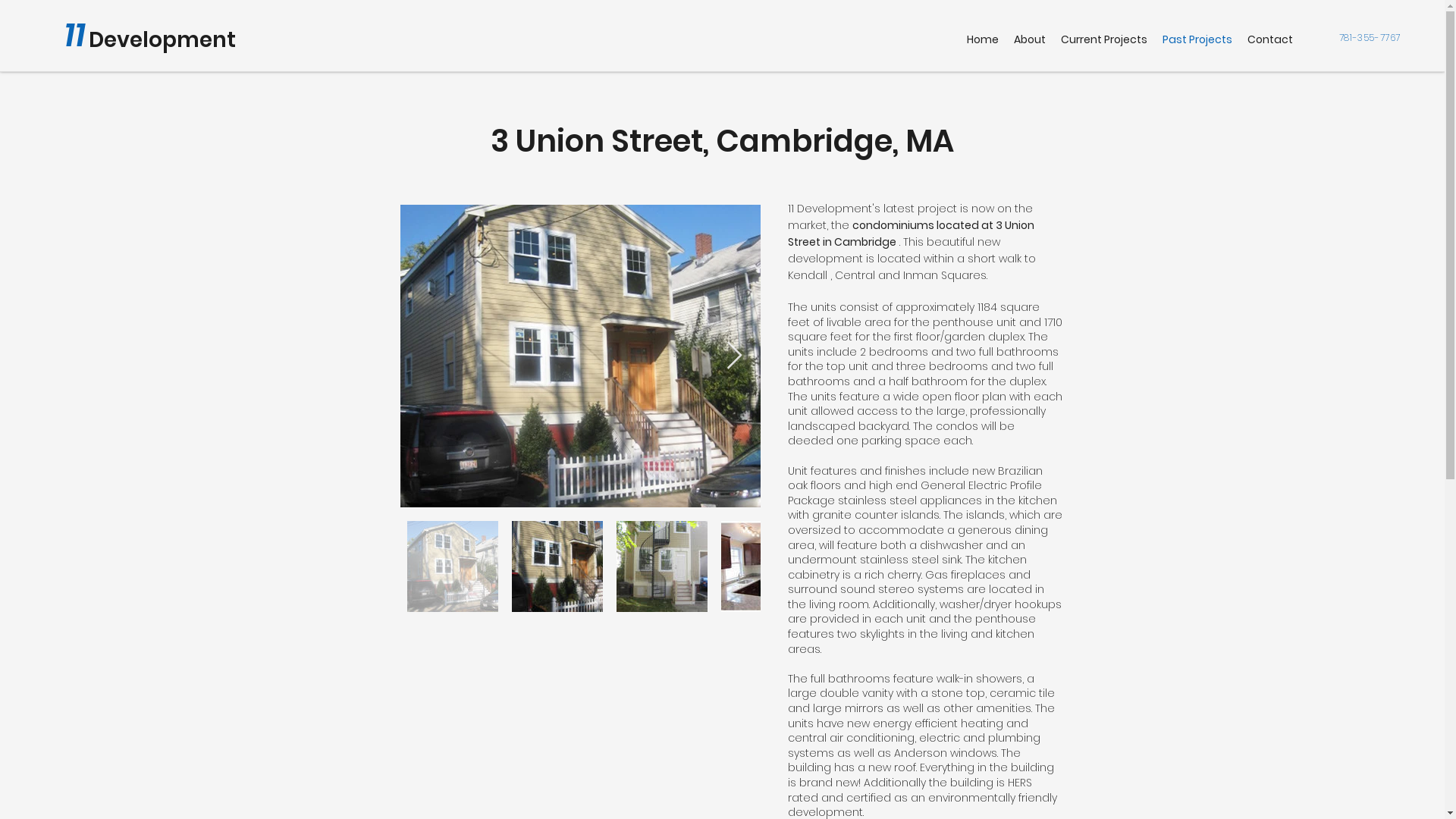  Describe the element at coordinates (162, 39) in the screenshot. I see `'Development'` at that location.